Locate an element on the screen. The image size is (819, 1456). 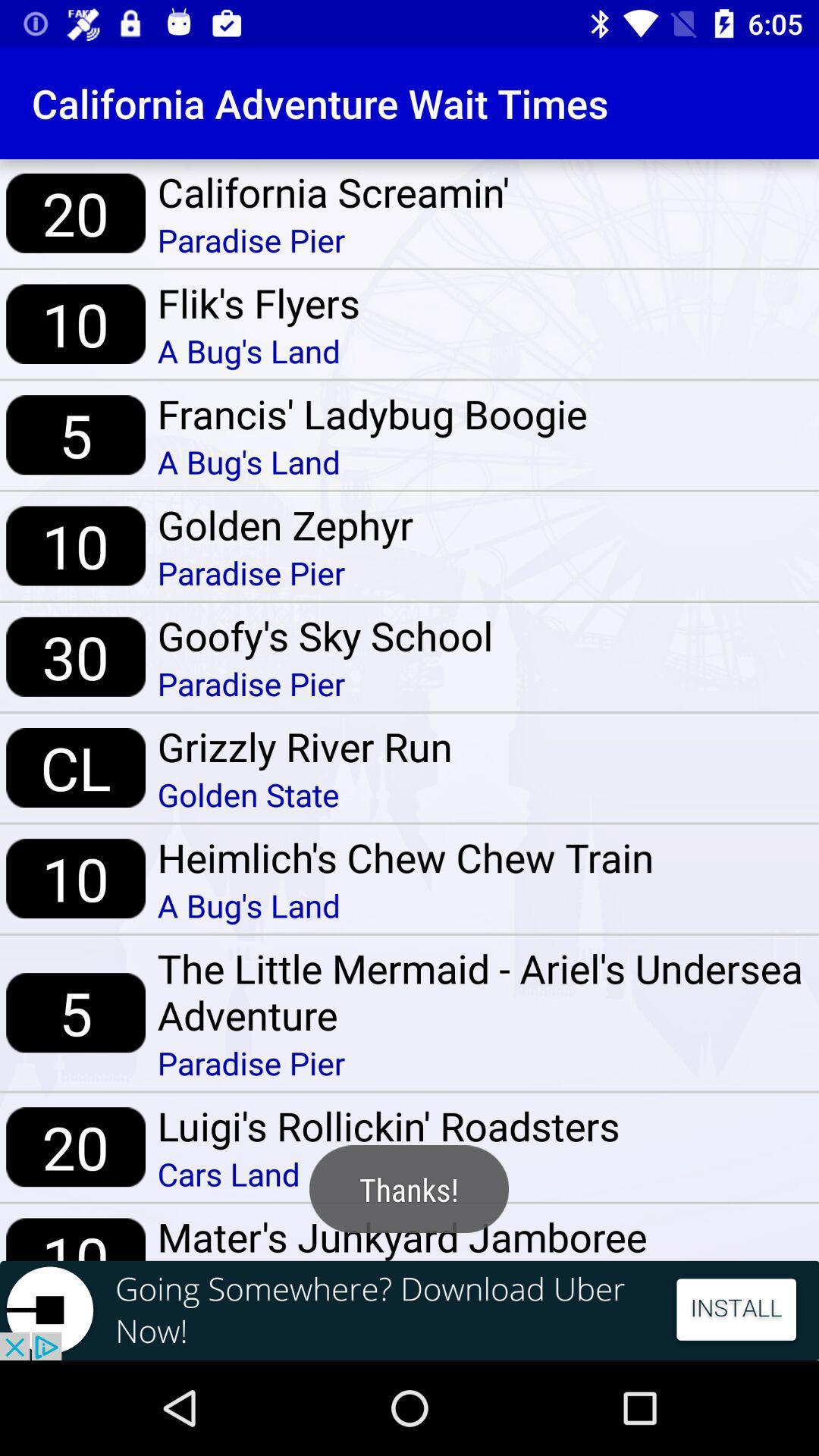
item to the right of the 20 item is located at coordinates (388, 1173).